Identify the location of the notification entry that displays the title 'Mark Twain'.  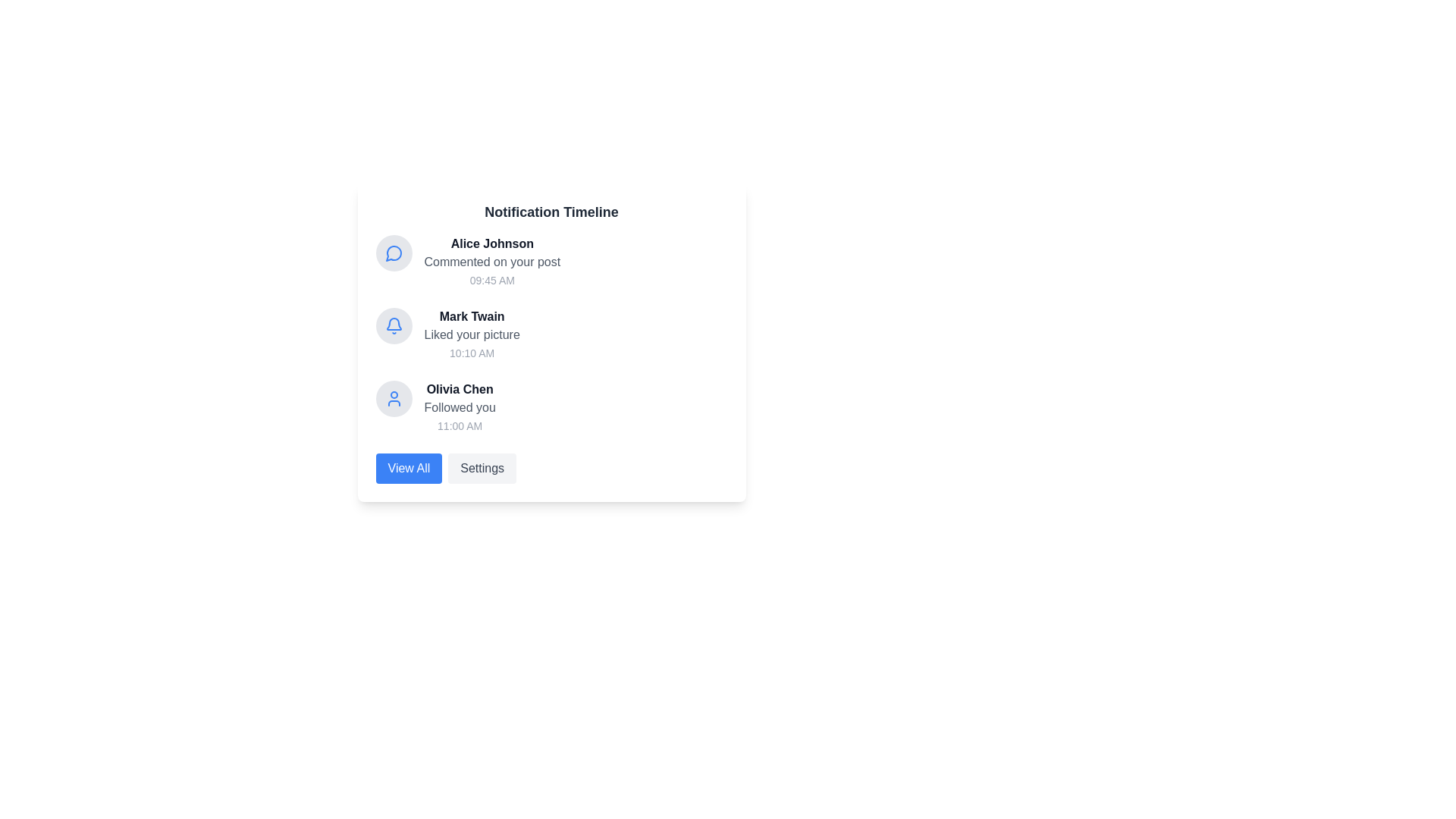
(471, 334).